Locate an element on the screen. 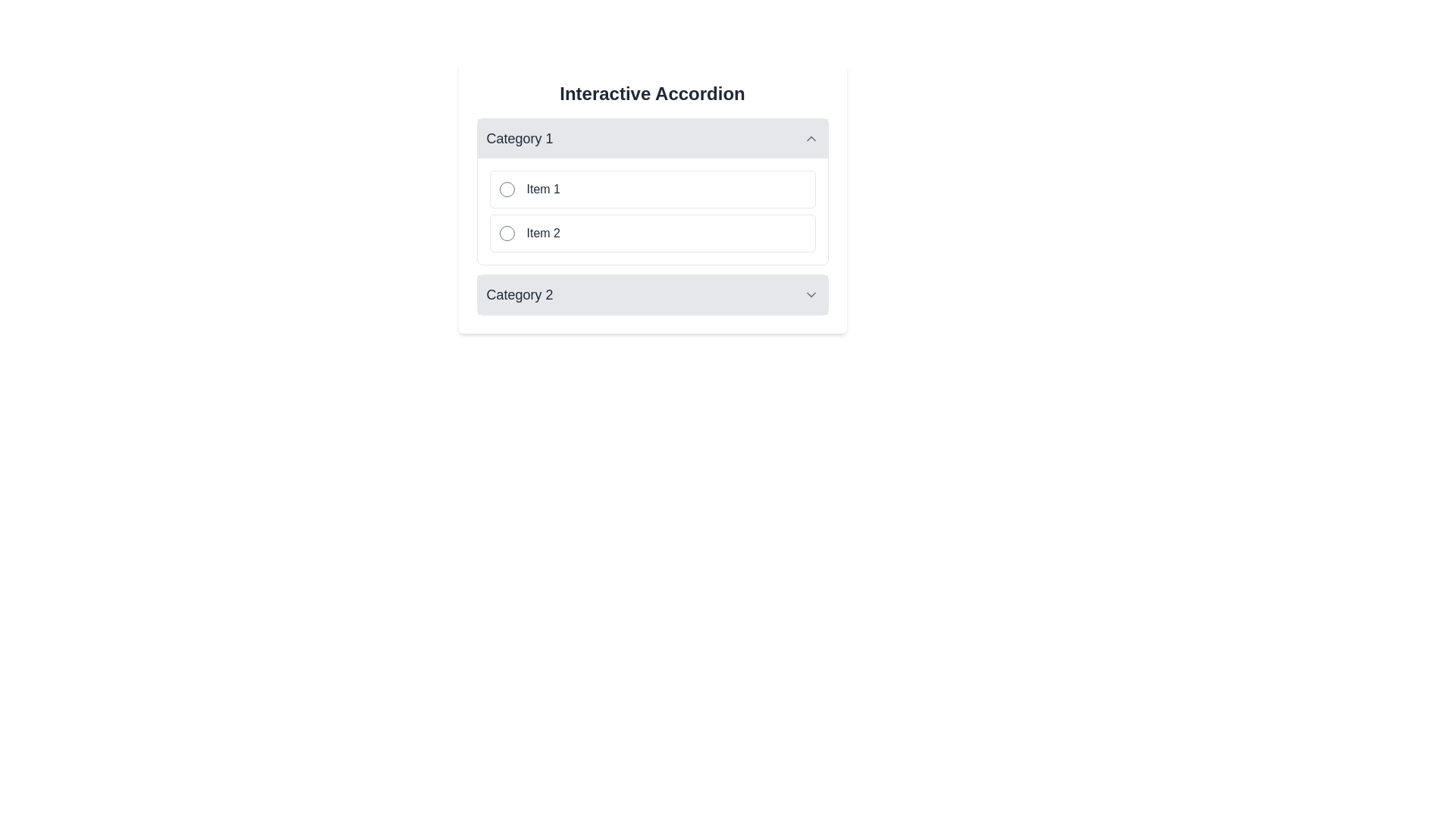 The width and height of the screenshot is (1456, 819). the upward-pointing chevron icon located at the far-right end of 'Category 1' header is located at coordinates (810, 138).